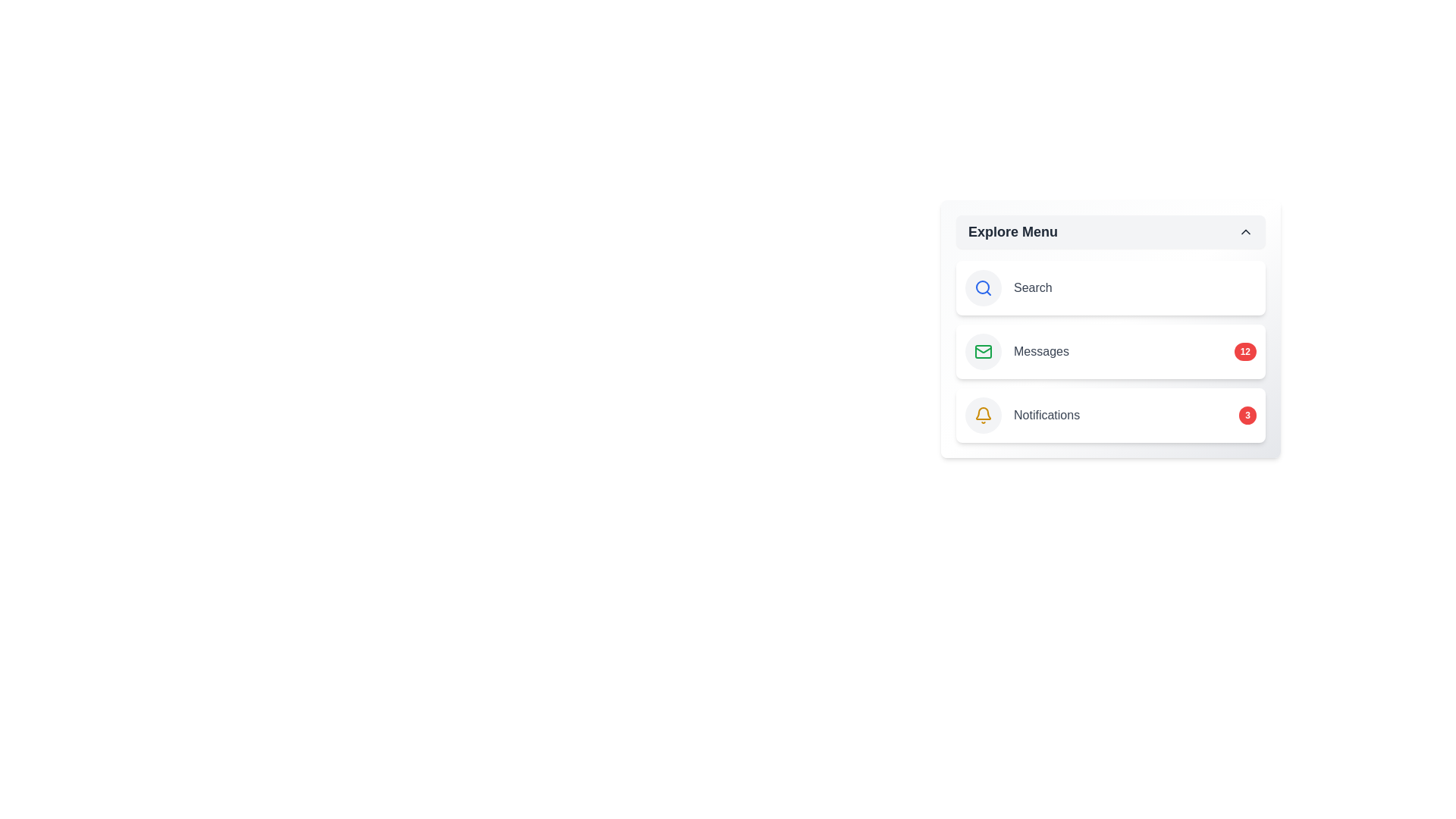  Describe the element at coordinates (1110, 351) in the screenshot. I see `the 'Messages' menu item to interact with it` at that location.